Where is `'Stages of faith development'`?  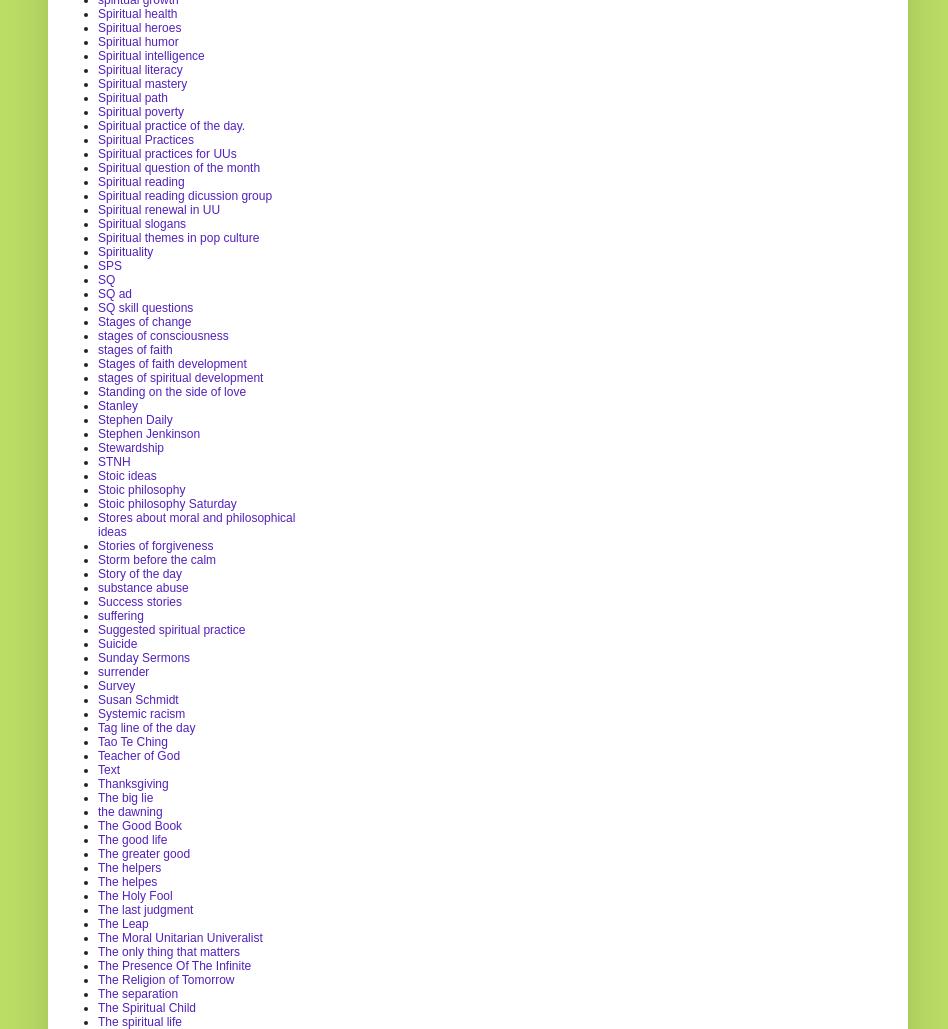 'Stages of faith development' is located at coordinates (170, 363).